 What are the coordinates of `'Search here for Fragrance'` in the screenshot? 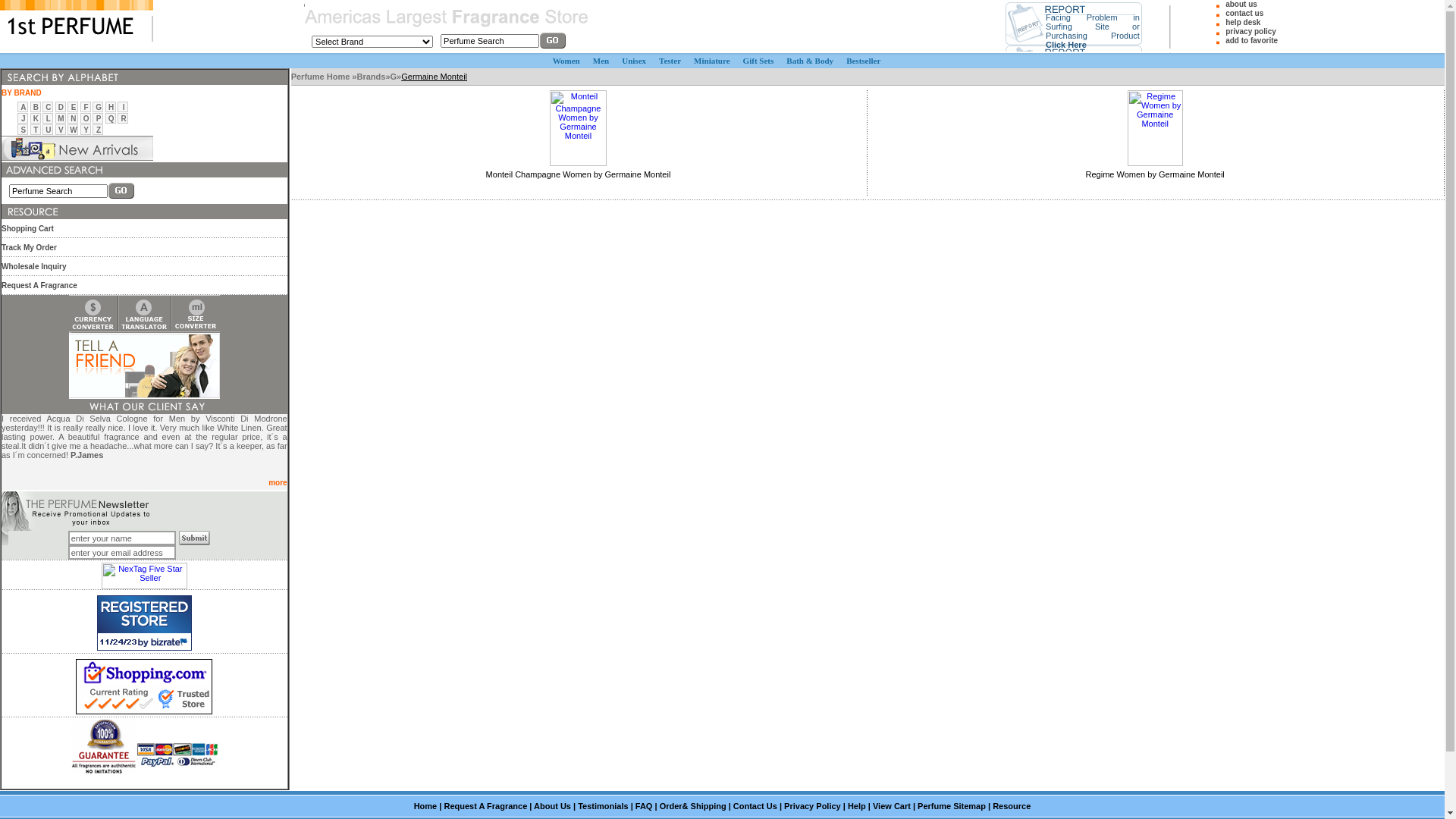 It's located at (1, 170).